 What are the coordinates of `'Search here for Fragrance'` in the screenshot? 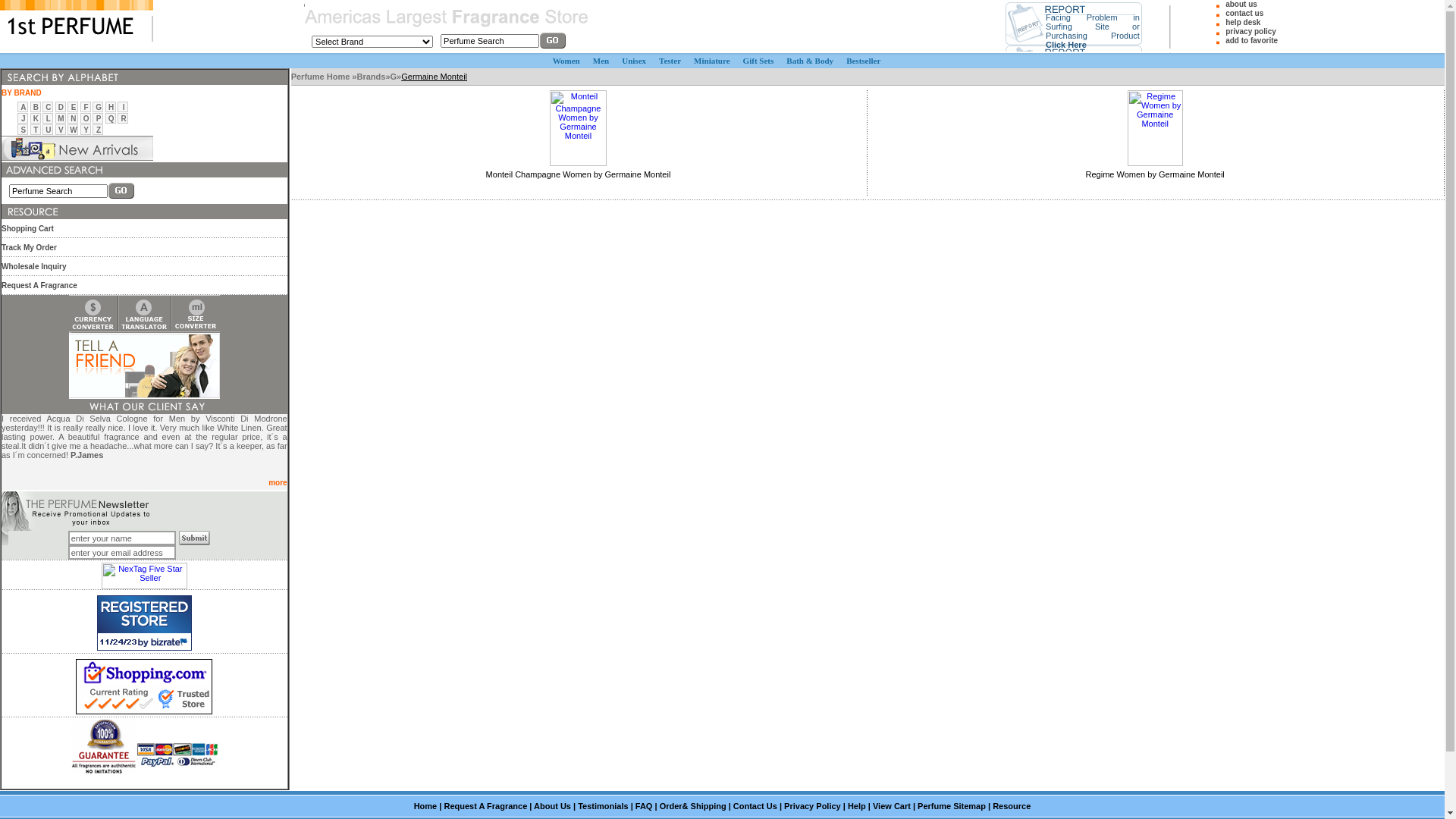 It's located at (1, 170).